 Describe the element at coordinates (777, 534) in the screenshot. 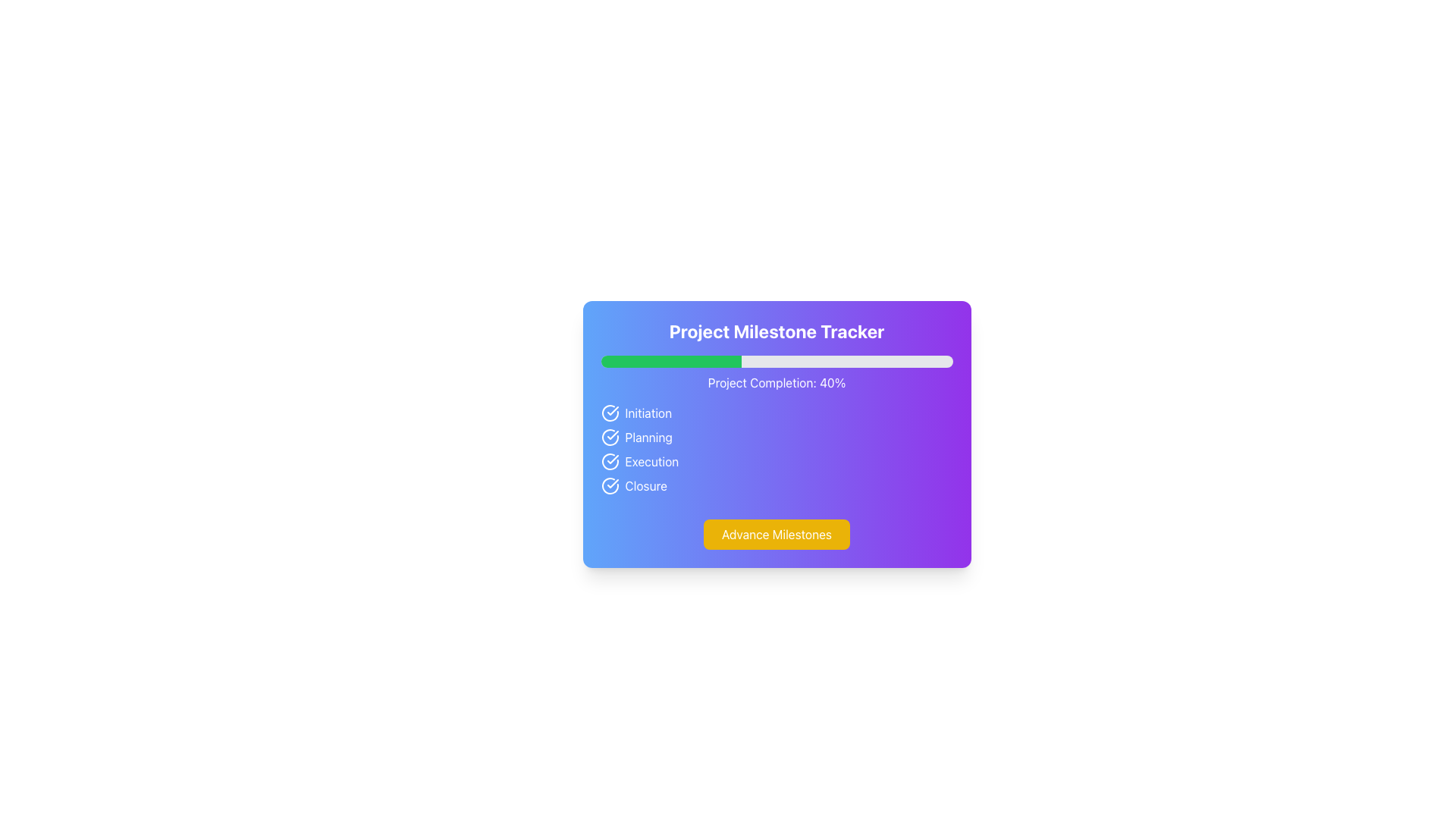

I see `the button labeled 'Advance Milestones' which has a vibrant yellow background and rounded edges to observe its hover effect` at that location.